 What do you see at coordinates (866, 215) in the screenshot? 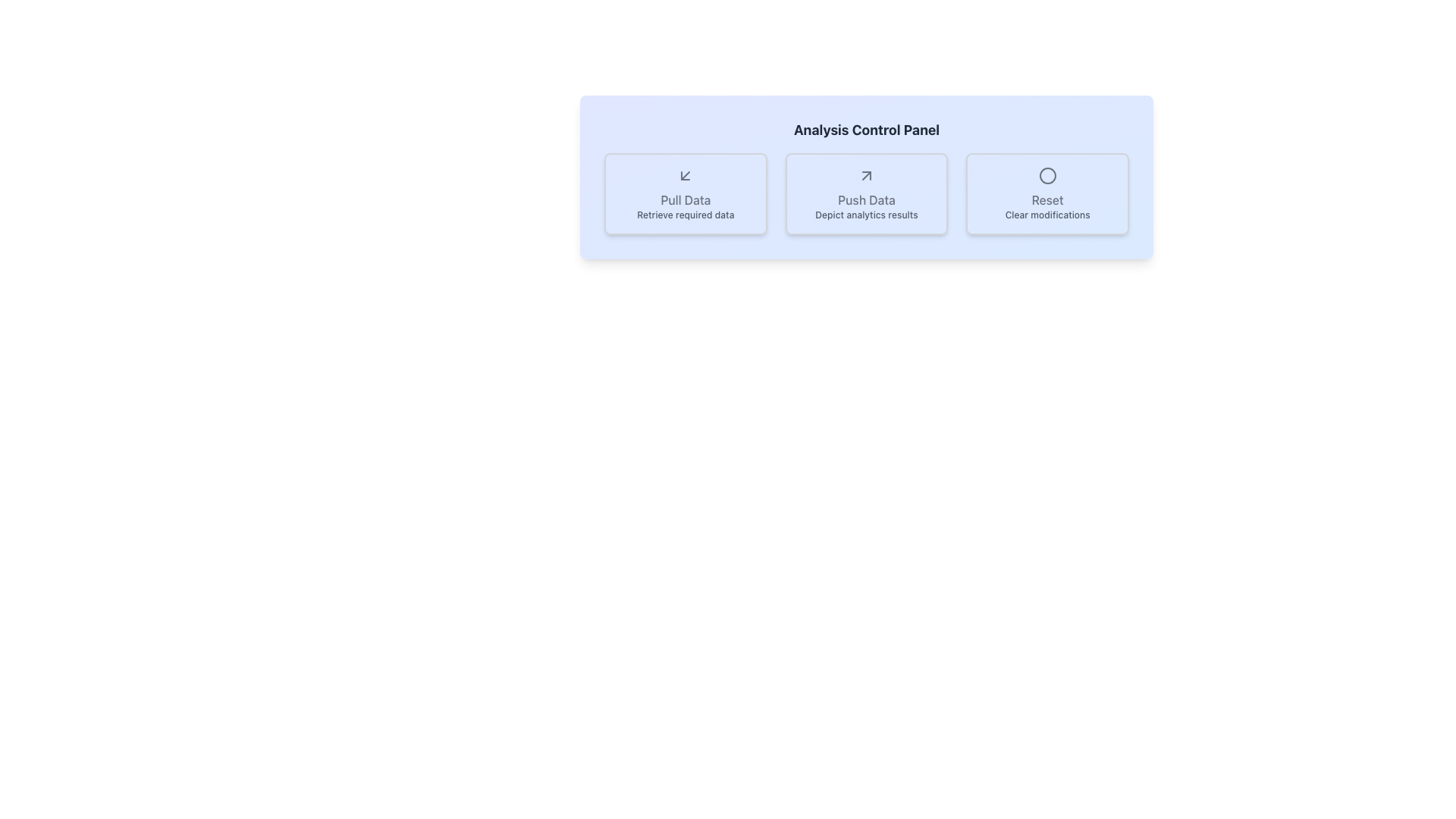
I see `the descriptive text element located below the 'Push Data' button, which explains the analytics results` at bounding box center [866, 215].